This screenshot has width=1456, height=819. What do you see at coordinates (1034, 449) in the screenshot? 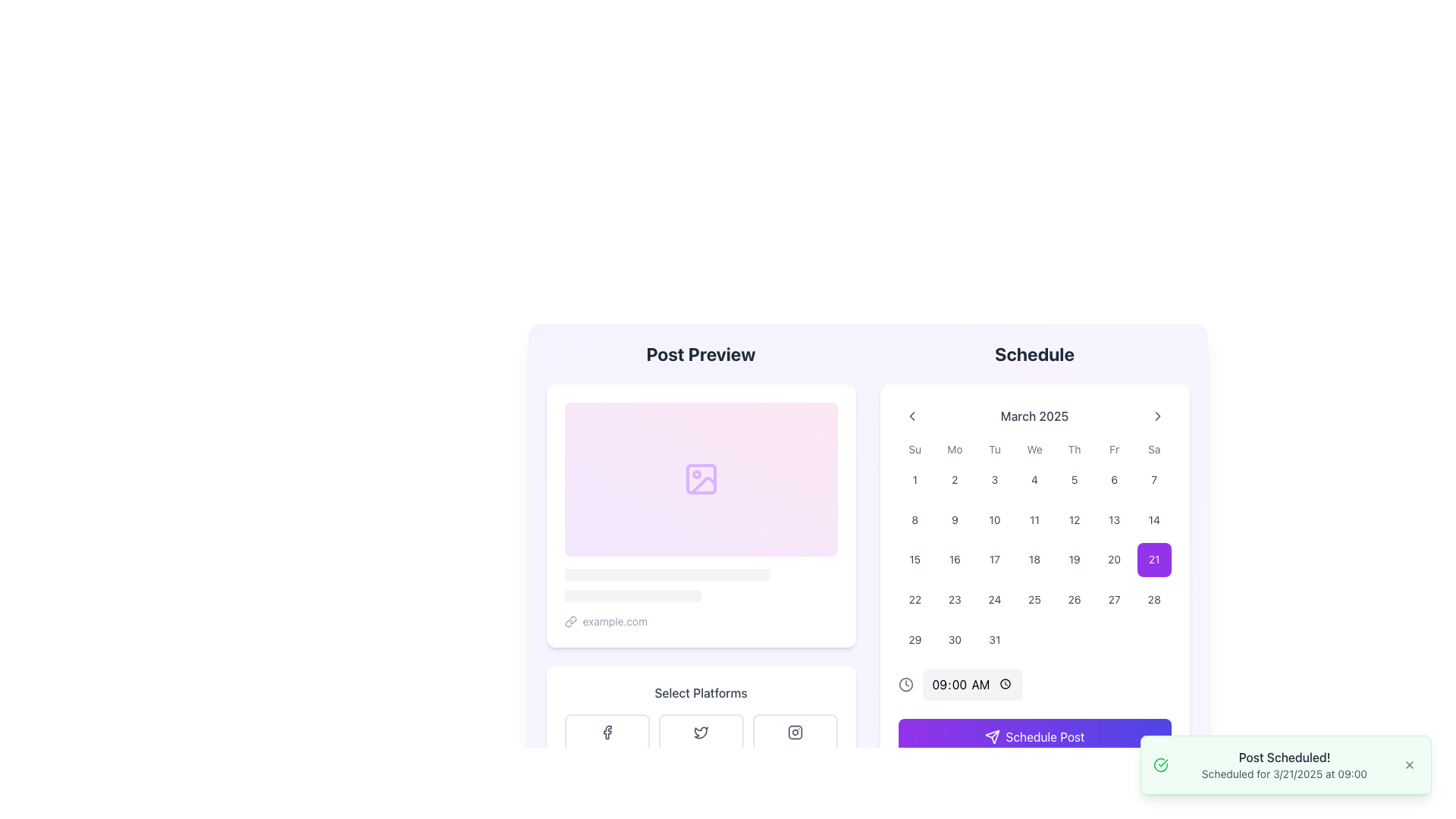
I see `the text label 'We' in the fourth column of the weekday header row above the month calendar` at bounding box center [1034, 449].